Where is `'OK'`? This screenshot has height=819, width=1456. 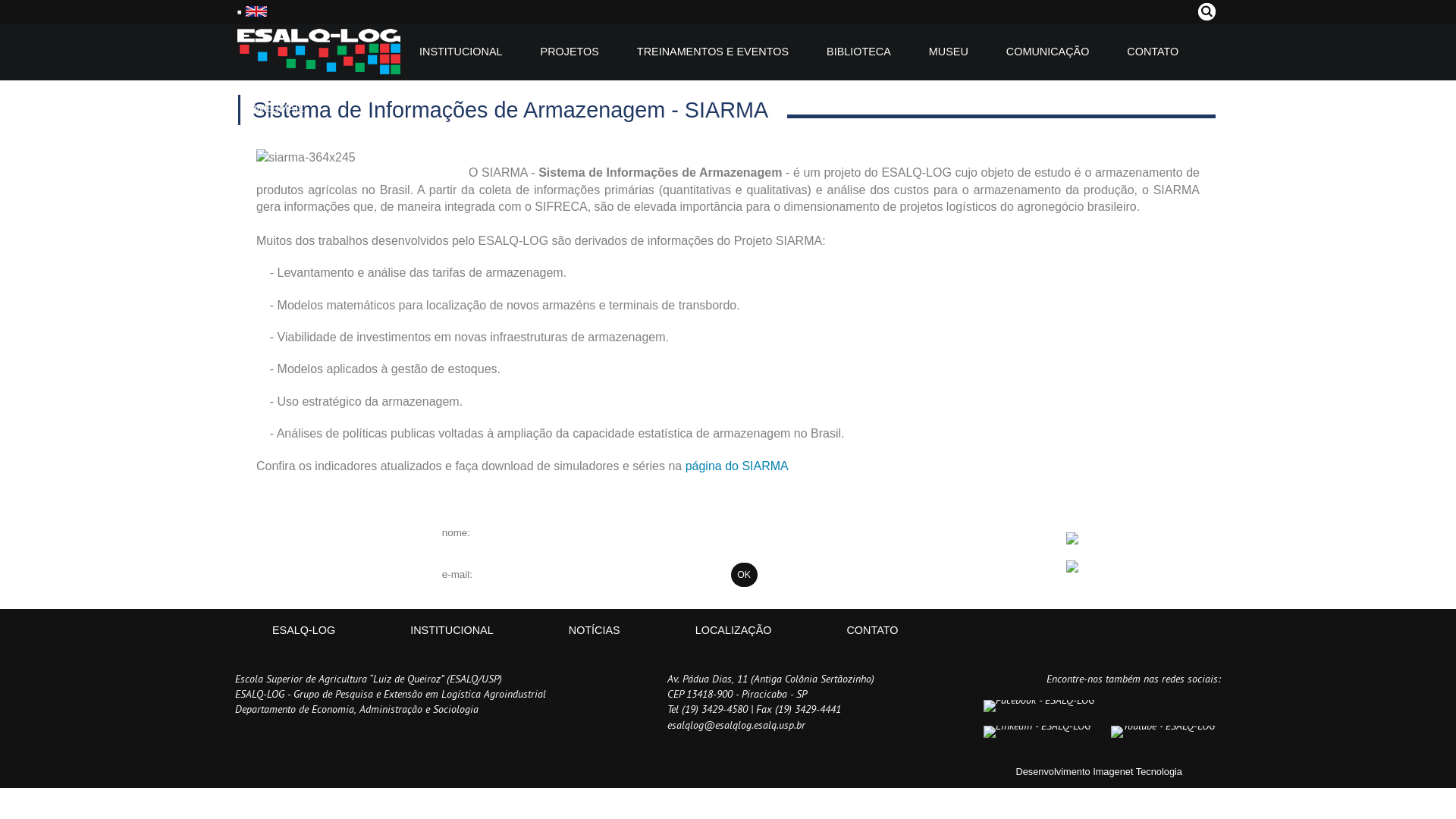
'OK' is located at coordinates (744, 575).